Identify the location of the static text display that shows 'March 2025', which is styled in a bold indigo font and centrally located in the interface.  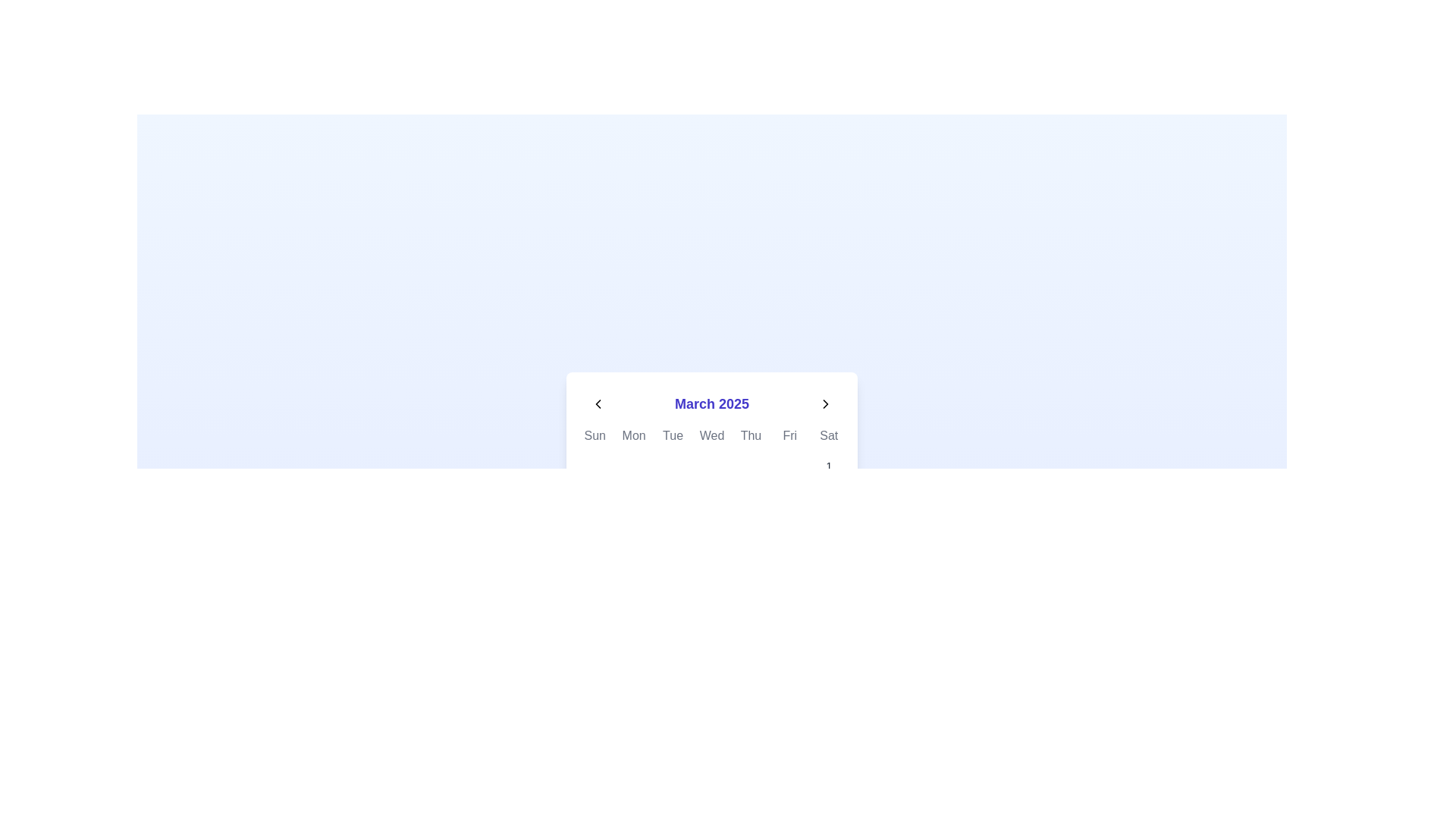
(711, 403).